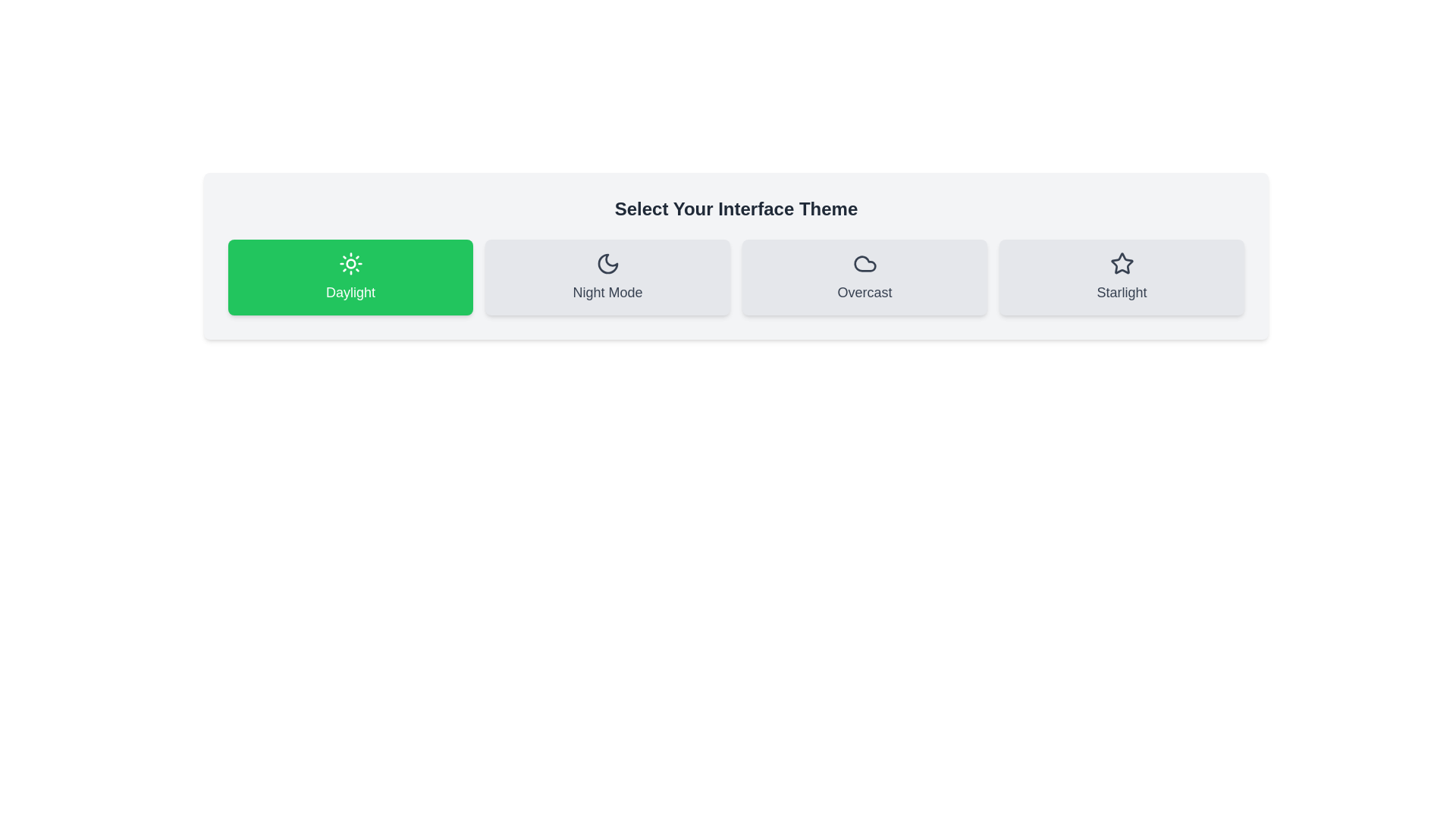 Image resolution: width=1456 pixels, height=819 pixels. What do you see at coordinates (864, 278) in the screenshot?
I see `the theme button labeled Overcast` at bounding box center [864, 278].